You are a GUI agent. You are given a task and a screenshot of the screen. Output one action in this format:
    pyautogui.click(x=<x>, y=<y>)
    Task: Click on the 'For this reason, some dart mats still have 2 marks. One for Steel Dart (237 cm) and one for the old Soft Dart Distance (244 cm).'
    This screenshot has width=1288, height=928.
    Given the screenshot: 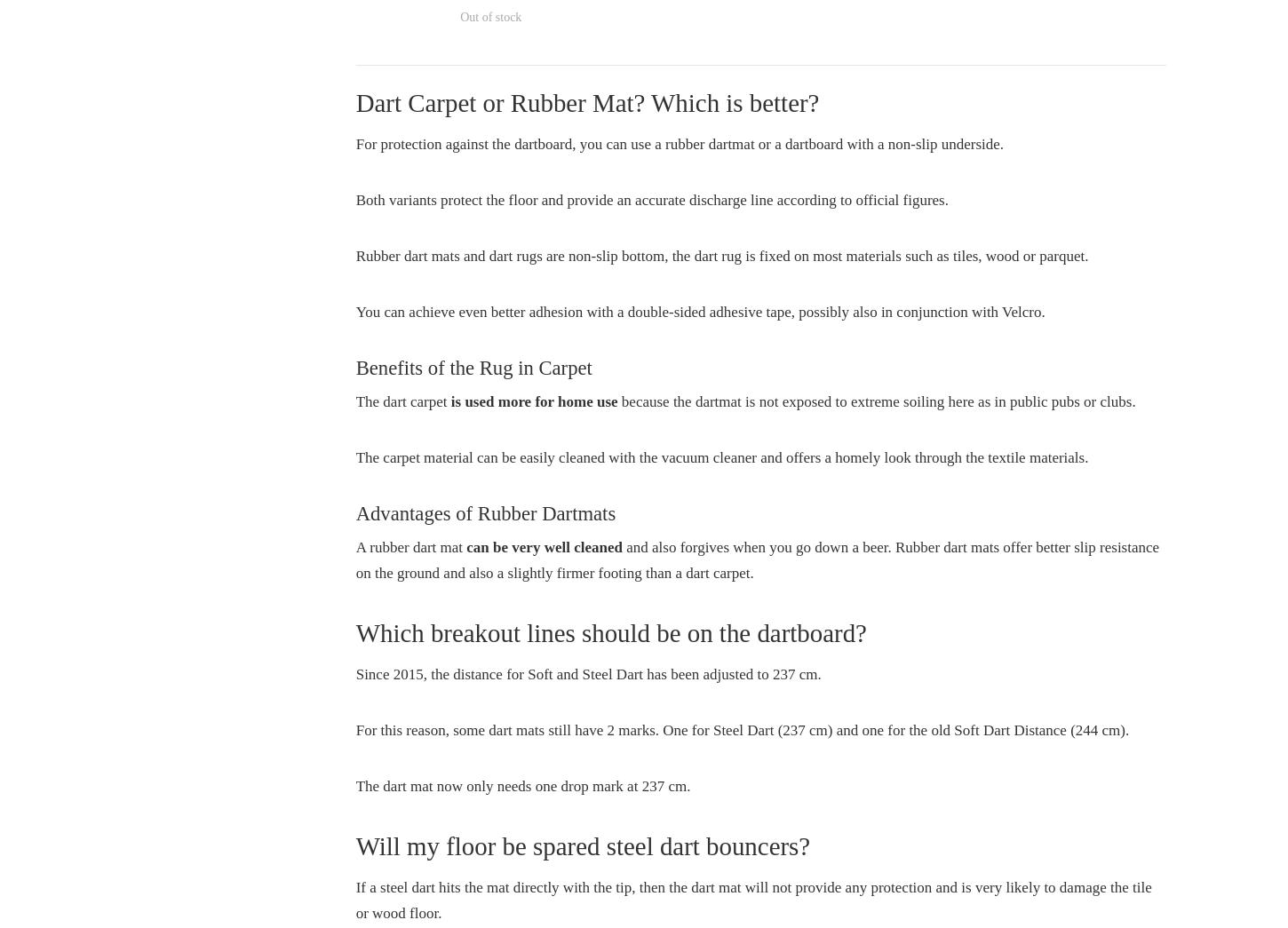 What is the action you would take?
    pyautogui.click(x=742, y=729)
    